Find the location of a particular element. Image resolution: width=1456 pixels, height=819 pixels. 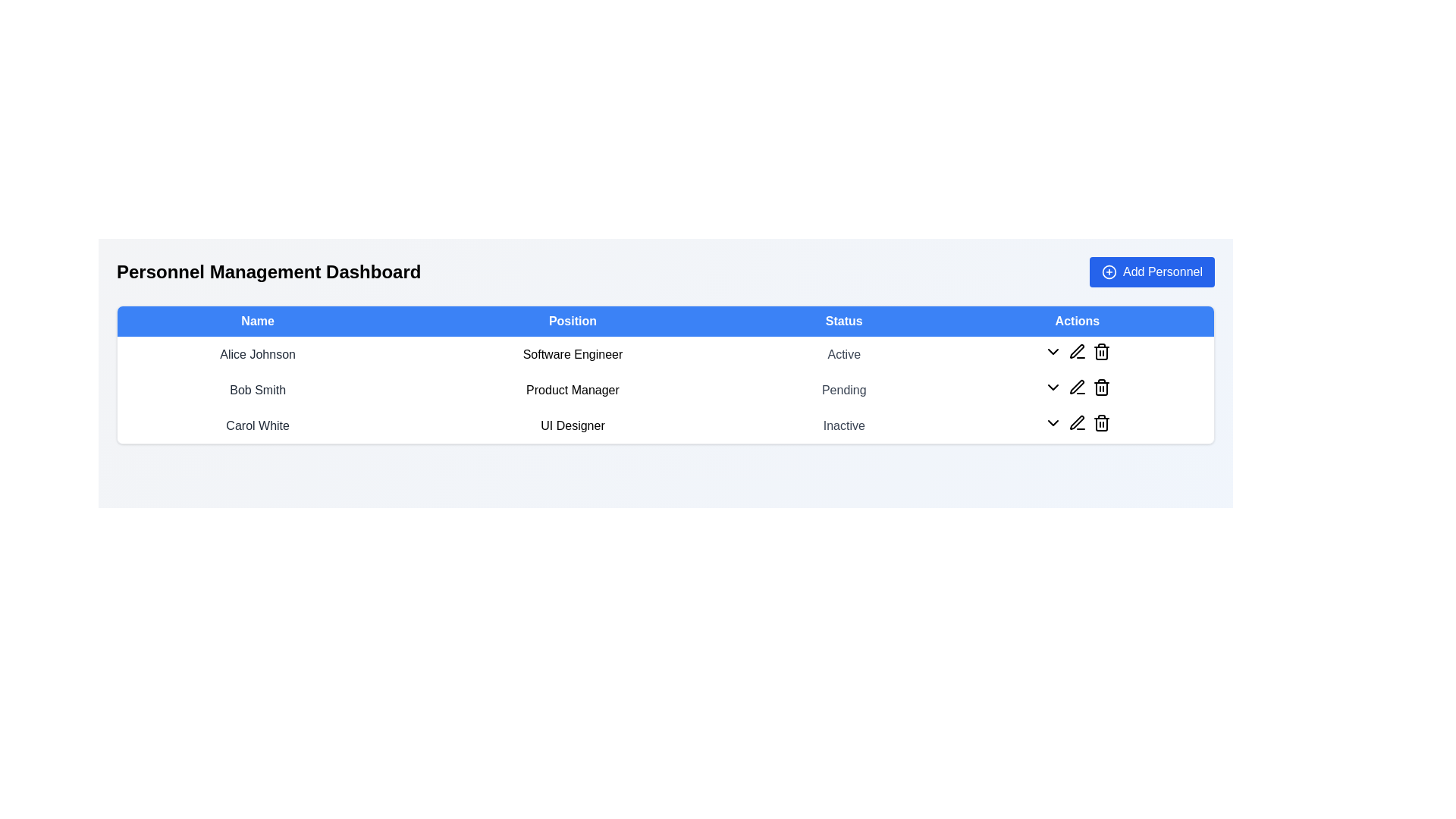

the text label reading 'Product Manager' located in the second row under the 'Position' column of a structured table layout is located at coordinates (572, 389).